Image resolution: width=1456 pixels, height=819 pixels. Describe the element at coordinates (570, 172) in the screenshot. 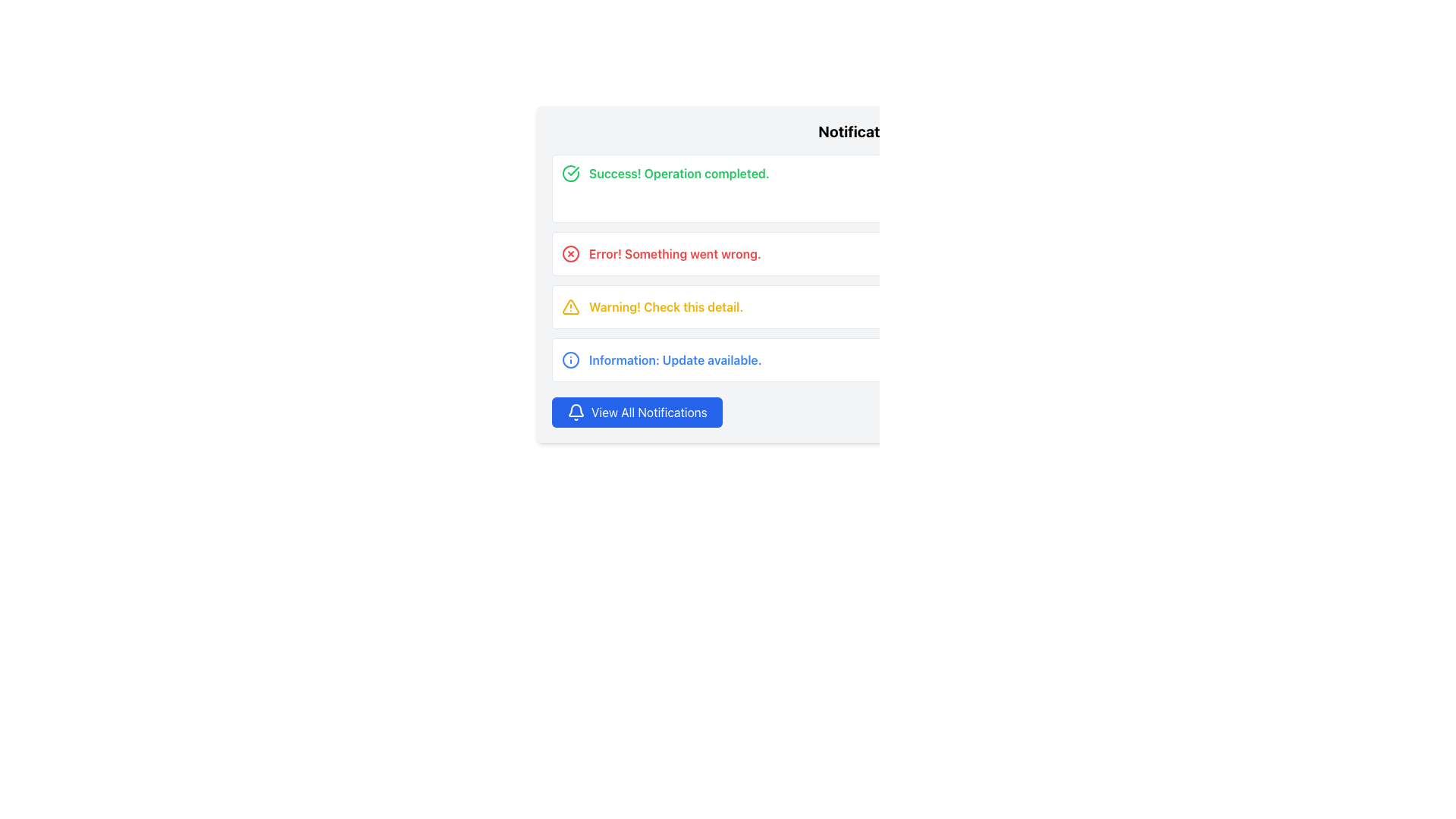

I see `the green circular icon representing a checkmark, which is aligned with the 'Success! Operation completed.' message in the notification list` at that location.